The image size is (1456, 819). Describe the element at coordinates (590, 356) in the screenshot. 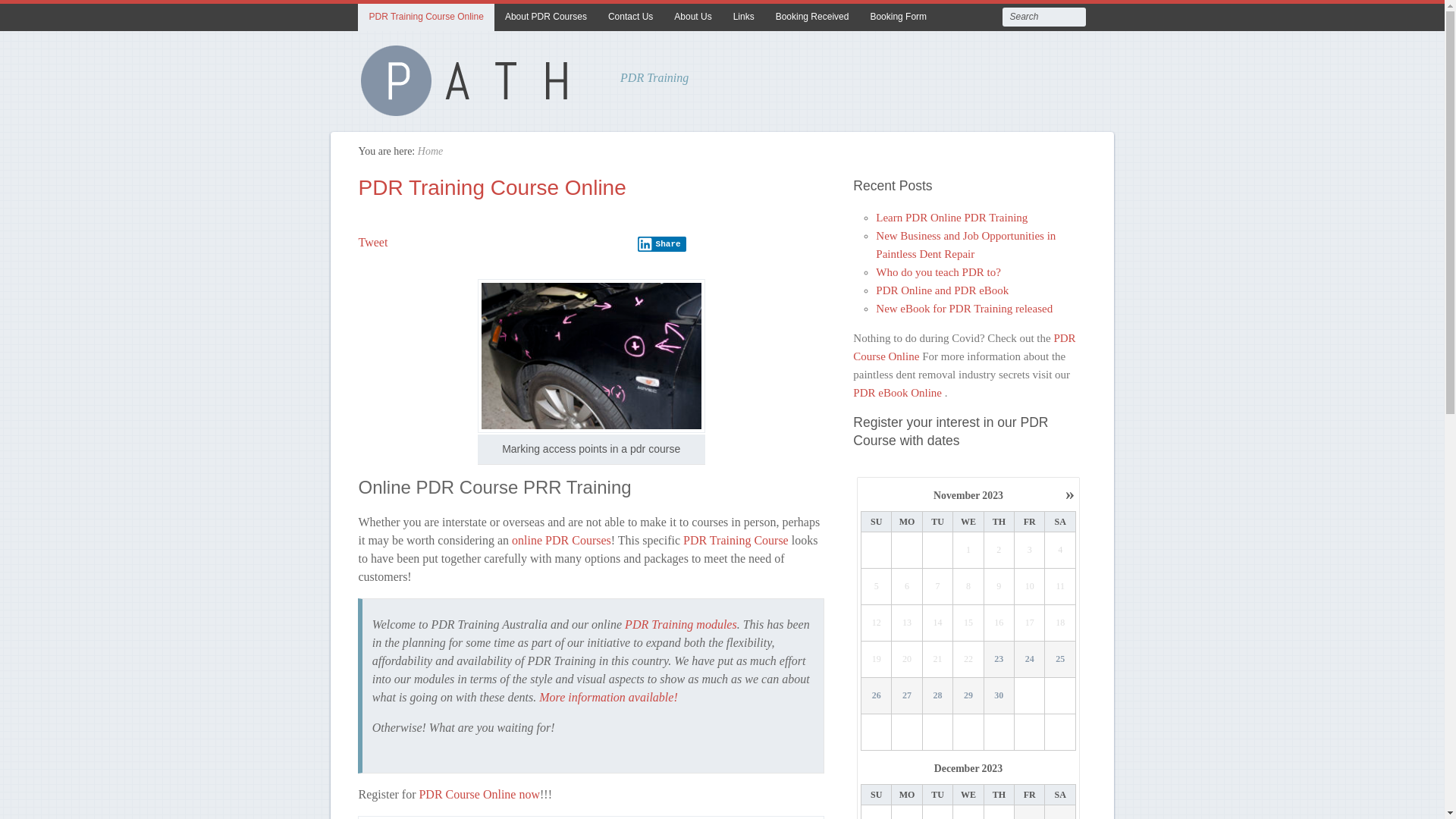

I see `'Marking access points in a pdr course'` at that location.